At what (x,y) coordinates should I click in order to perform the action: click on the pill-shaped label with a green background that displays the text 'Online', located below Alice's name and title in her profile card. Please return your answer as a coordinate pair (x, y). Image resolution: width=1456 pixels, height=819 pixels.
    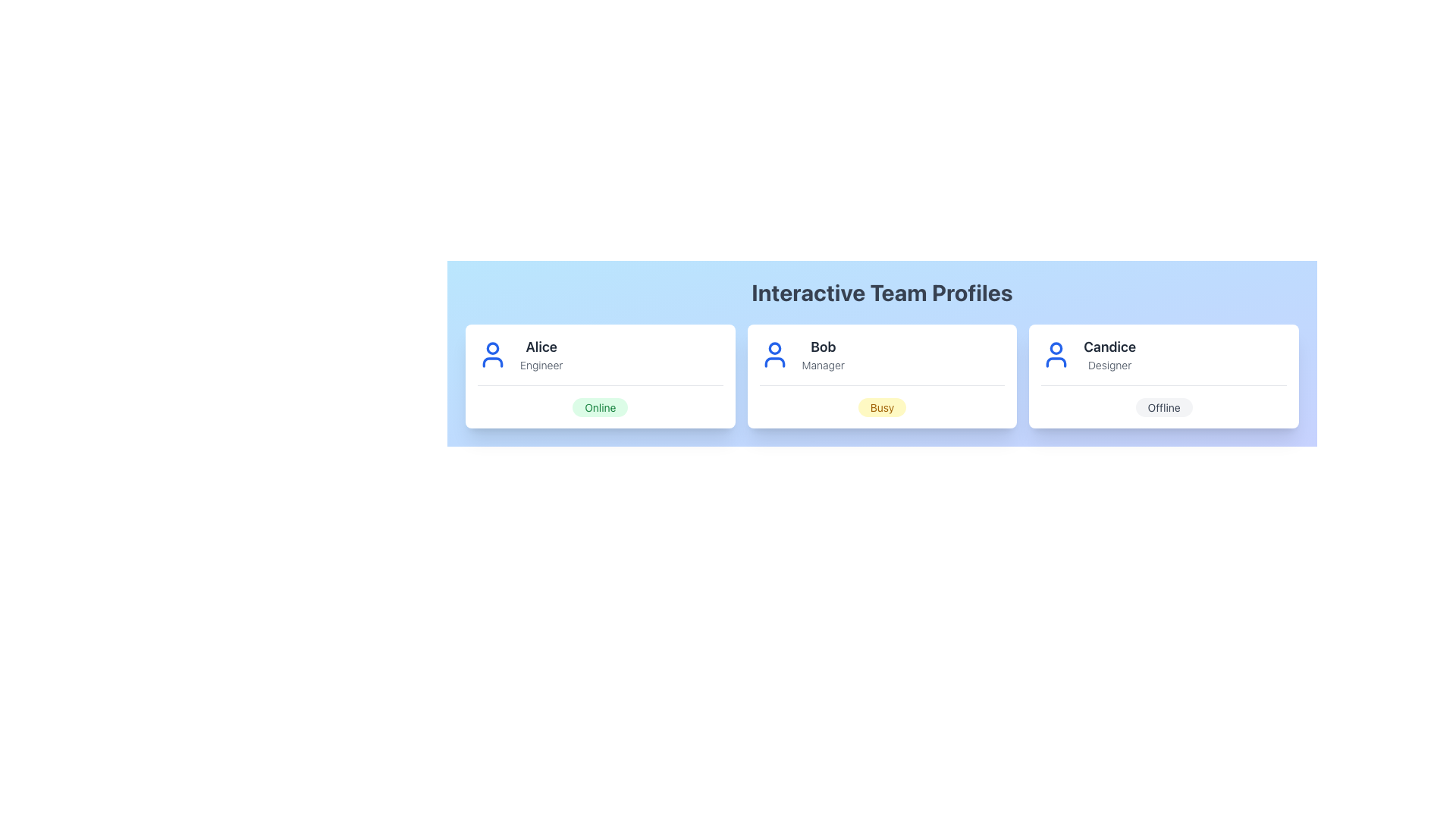
    Looking at the image, I should click on (599, 406).